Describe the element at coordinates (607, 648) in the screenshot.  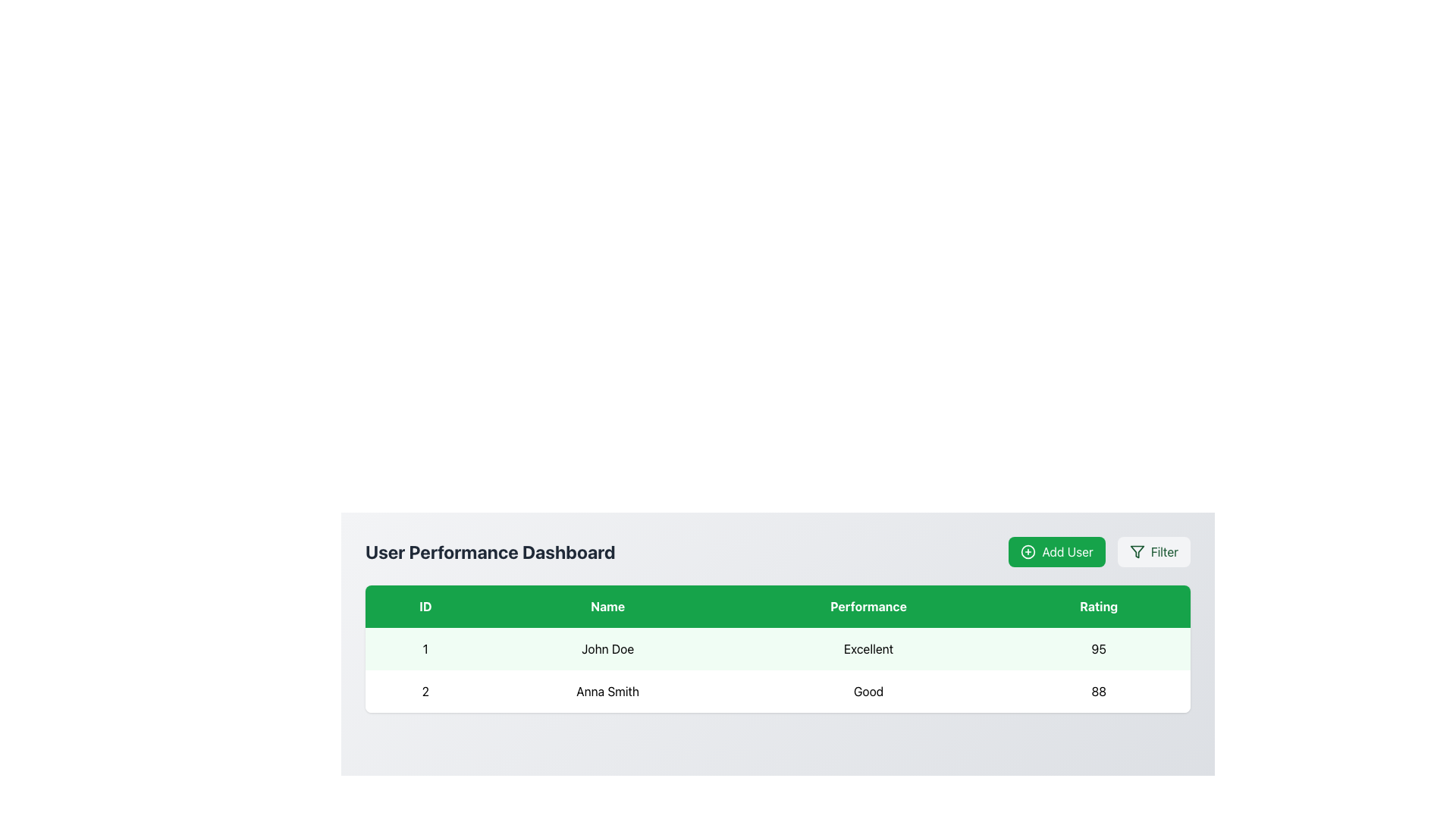
I see `the Text Cell displaying the user's name, located in the second cell of the first row of the table under the 'Name' column` at that location.